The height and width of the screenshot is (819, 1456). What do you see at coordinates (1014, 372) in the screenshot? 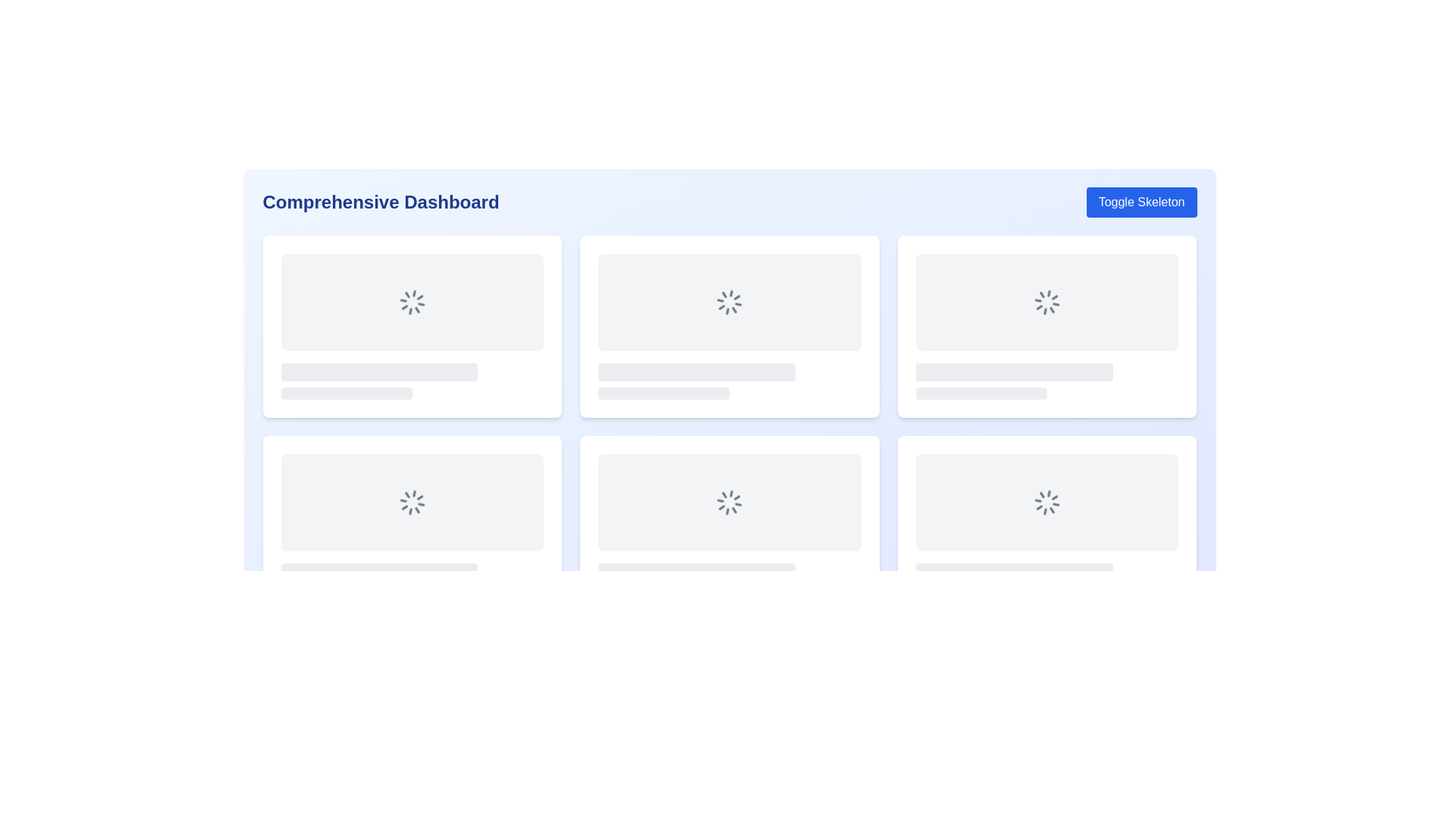
I see `the Skeleton loader element located in the top row of the third card from the left in the top-right section of the interface` at bounding box center [1014, 372].